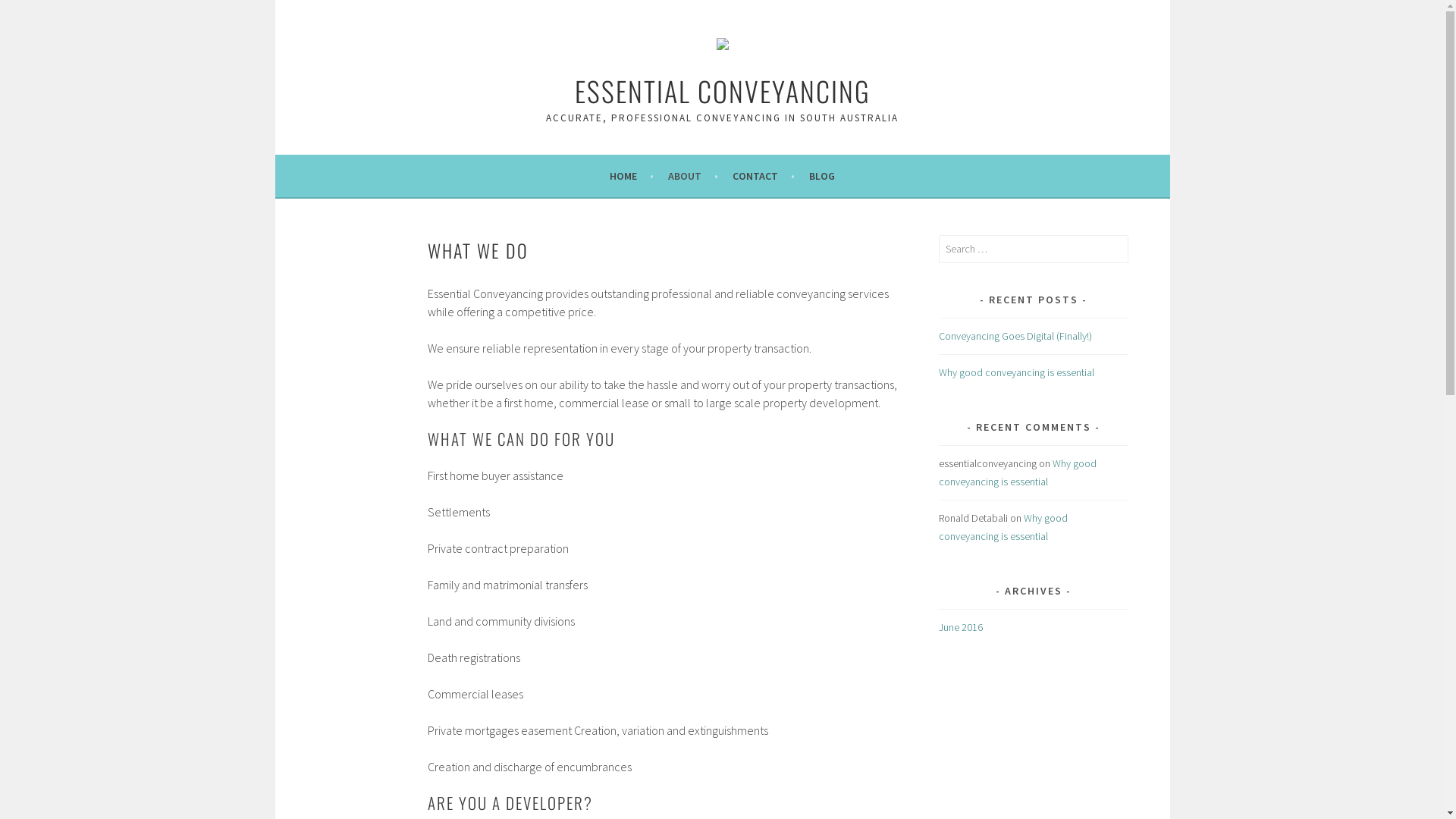  I want to click on 'BLOG', so click(821, 174).